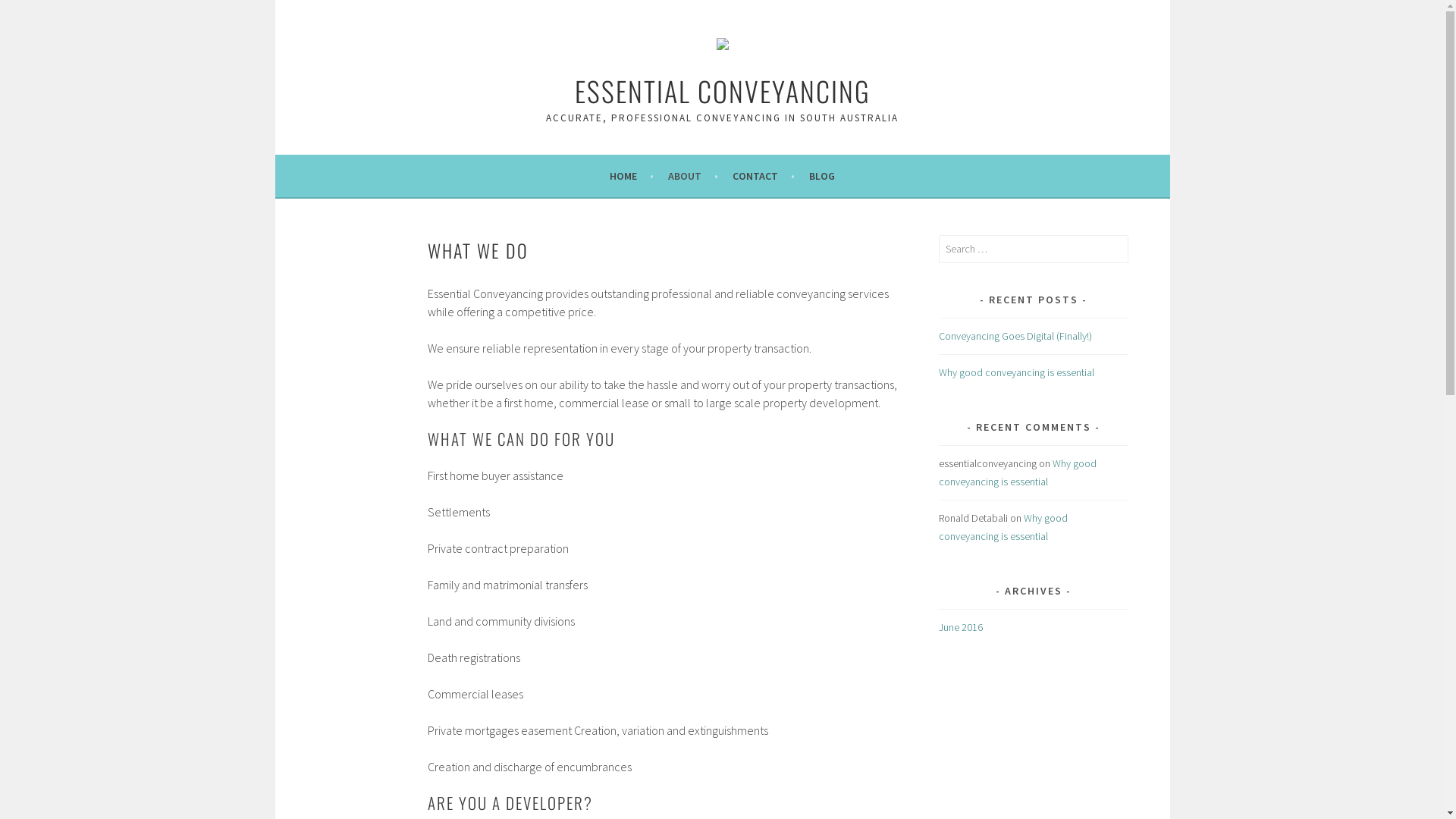  I want to click on 'BLOG', so click(821, 174).